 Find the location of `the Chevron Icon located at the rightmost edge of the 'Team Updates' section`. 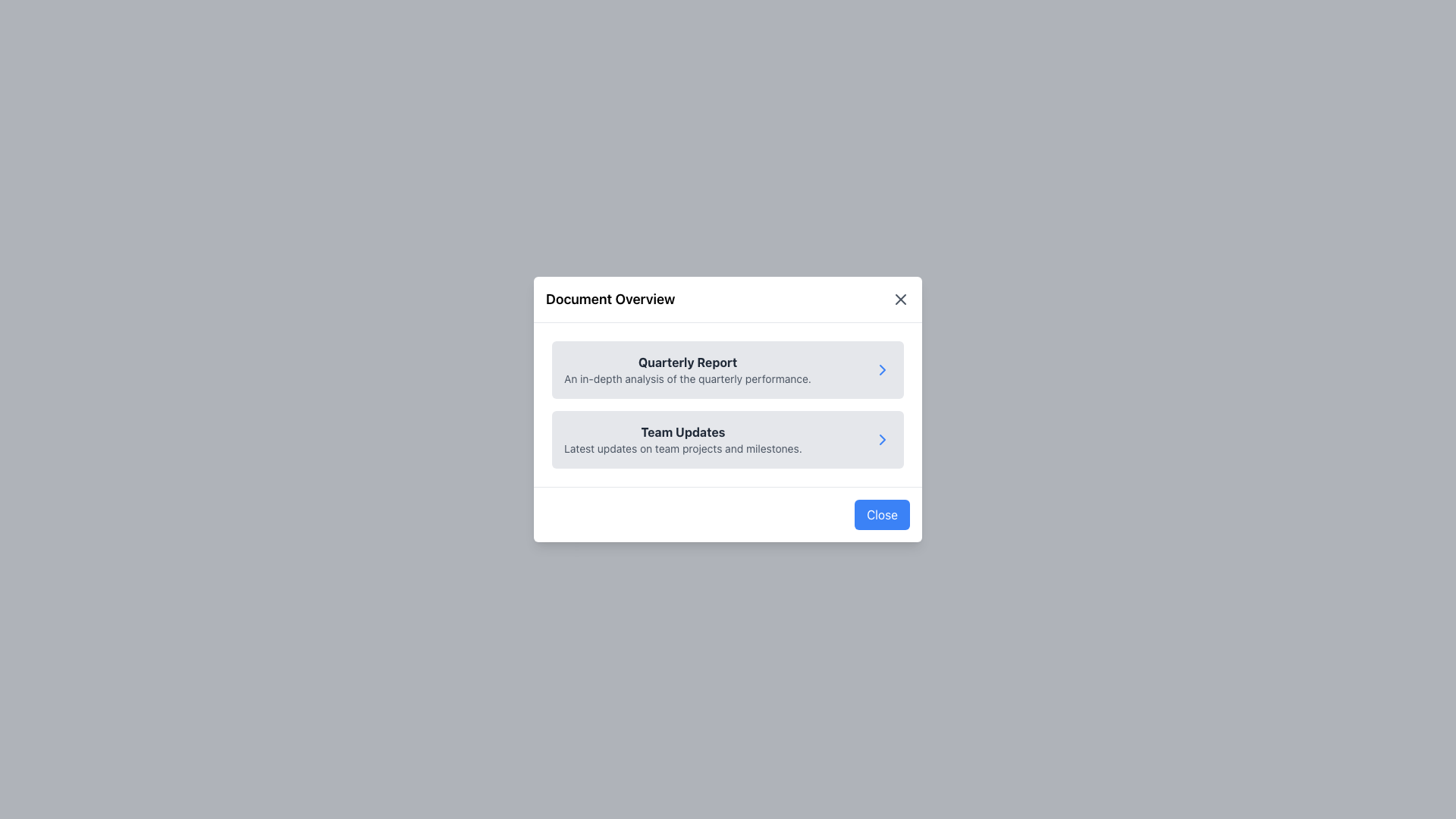

the Chevron Icon located at the rightmost edge of the 'Team Updates' section is located at coordinates (882, 439).